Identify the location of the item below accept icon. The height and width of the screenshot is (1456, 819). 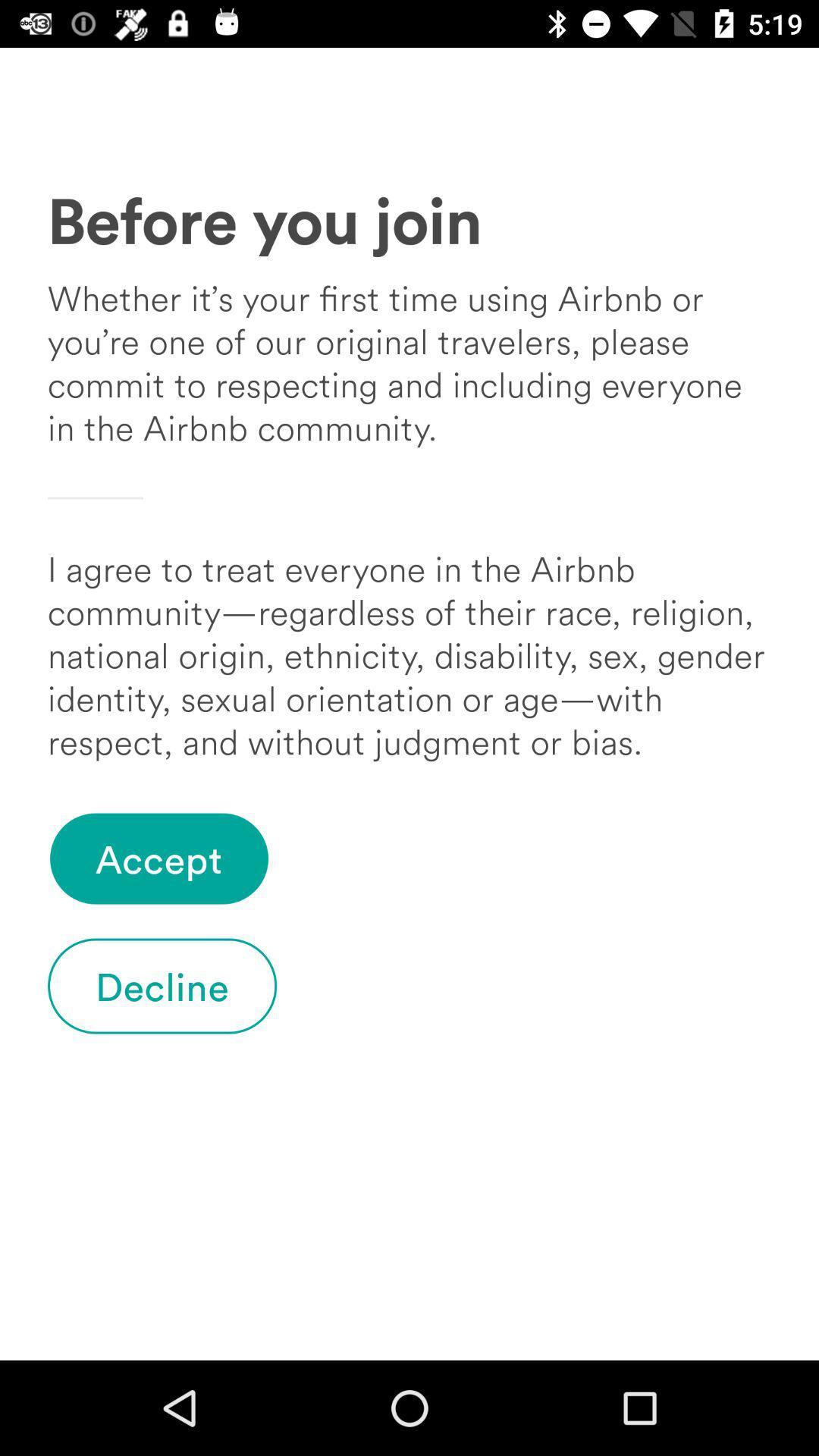
(162, 986).